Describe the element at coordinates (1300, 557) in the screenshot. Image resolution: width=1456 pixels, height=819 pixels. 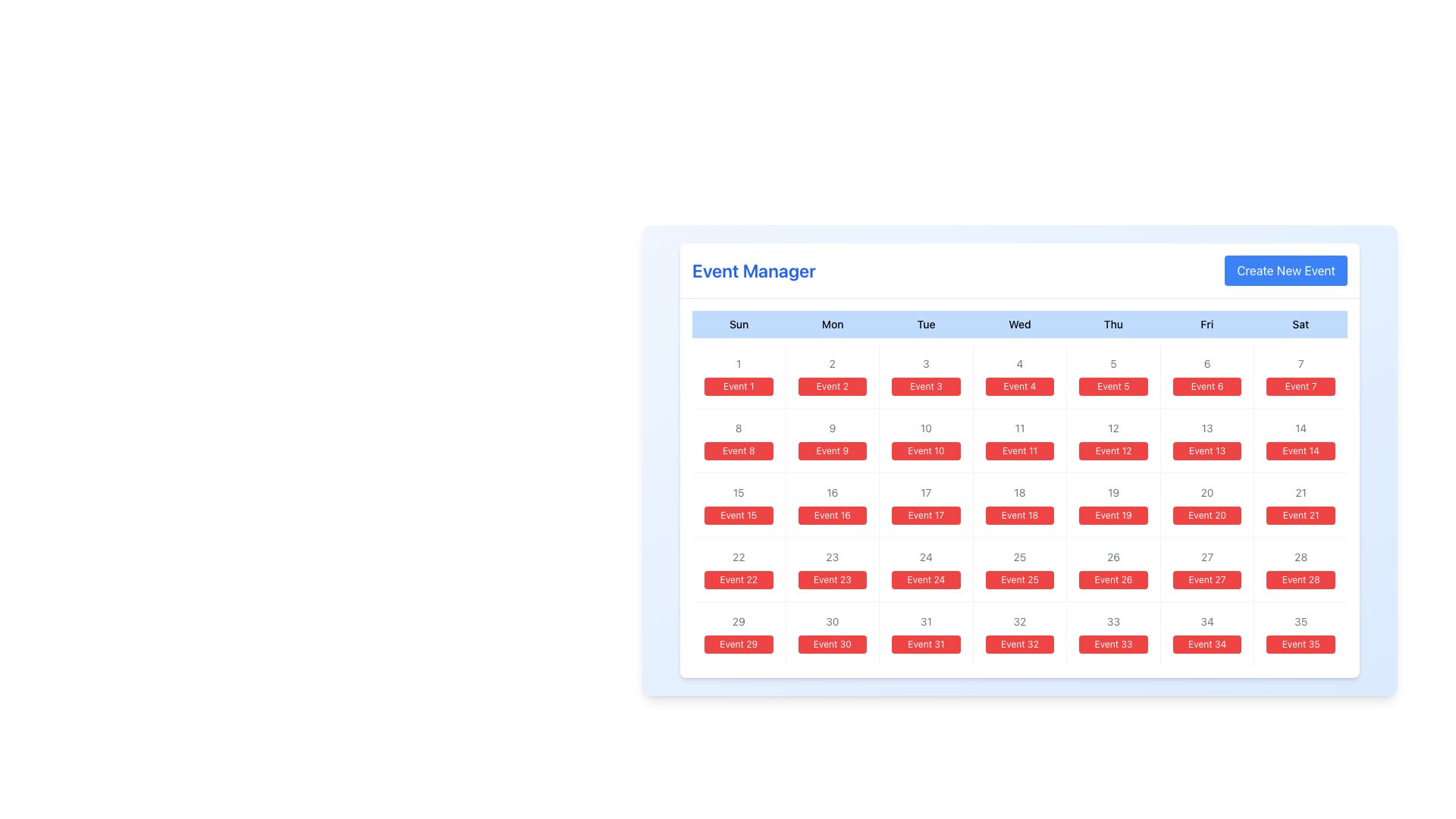
I see `the numeric text '28' styled in gray color, which is located in the final row and sixth column of the calendar grid, above the red rectangular button labeled 'Event 28'` at that location.